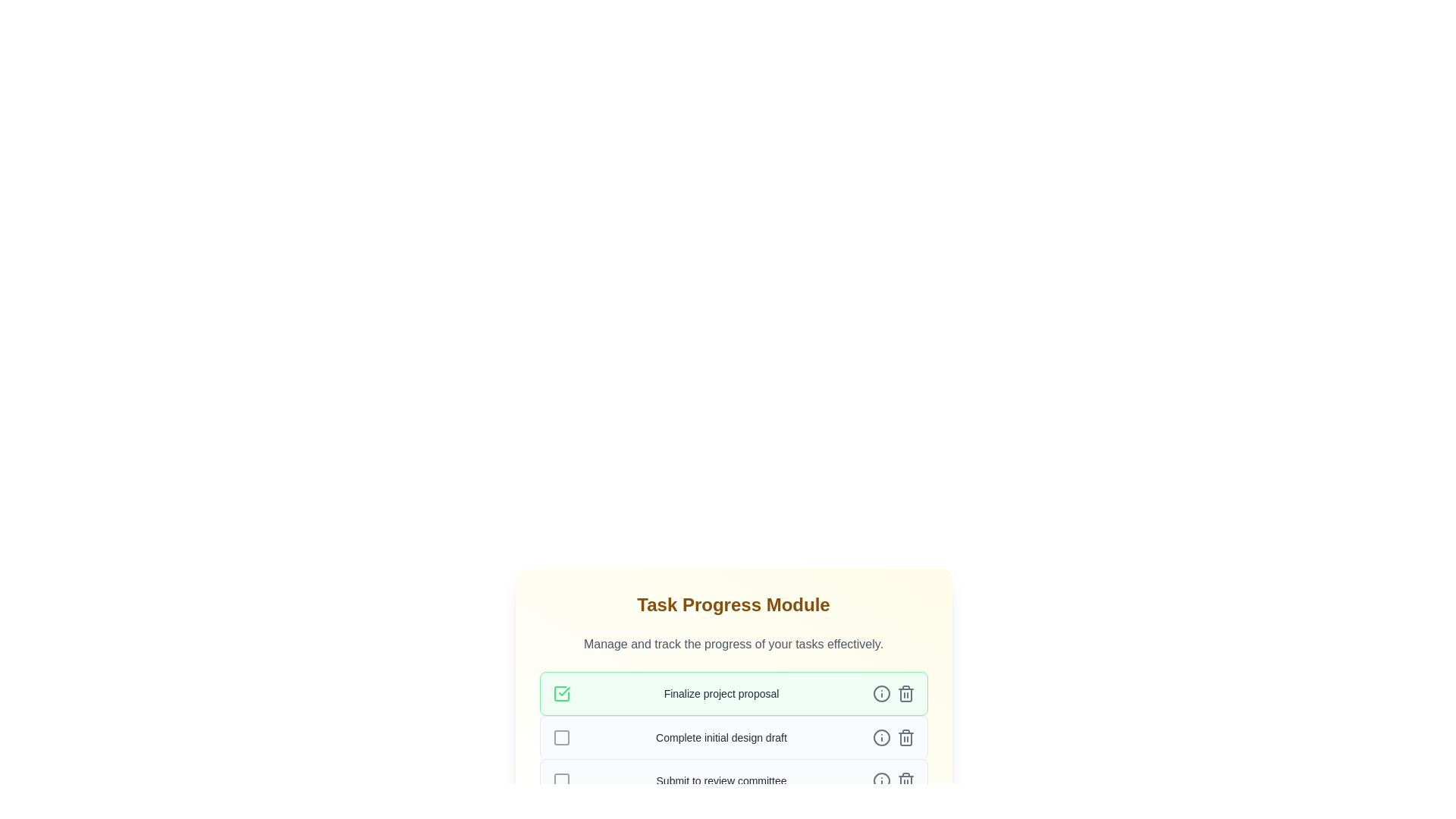 This screenshot has height=819, width=1456. What do you see at coordinates (560, 780) in the screenshot?
I see `the unselected checkbox located to the left of the 'Submit to review committee' task in the vertical task list` at bounding box center [560, 780].